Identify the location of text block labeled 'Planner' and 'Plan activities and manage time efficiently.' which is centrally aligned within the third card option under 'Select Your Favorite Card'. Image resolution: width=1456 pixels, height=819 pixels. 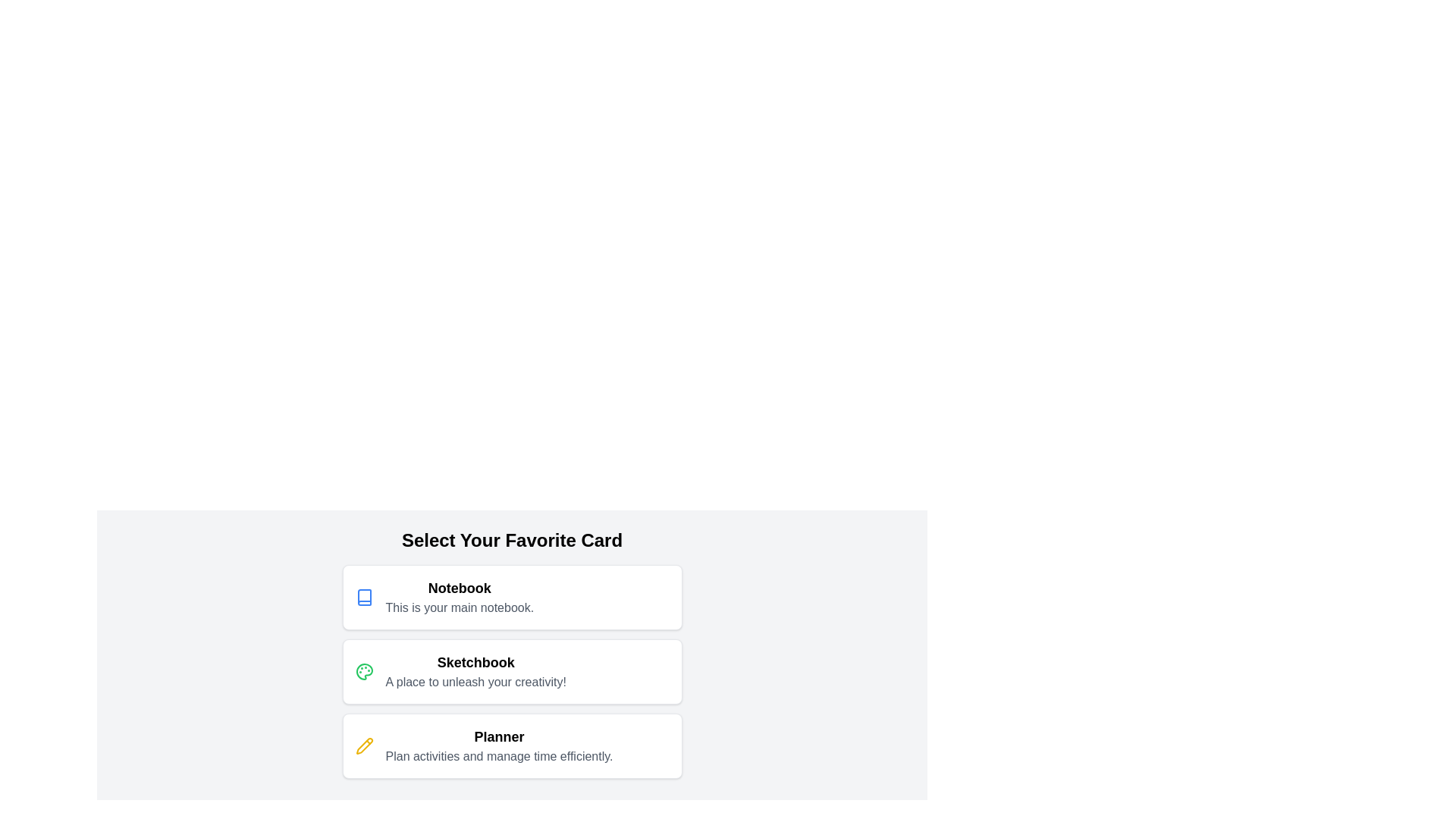
(499, 745).